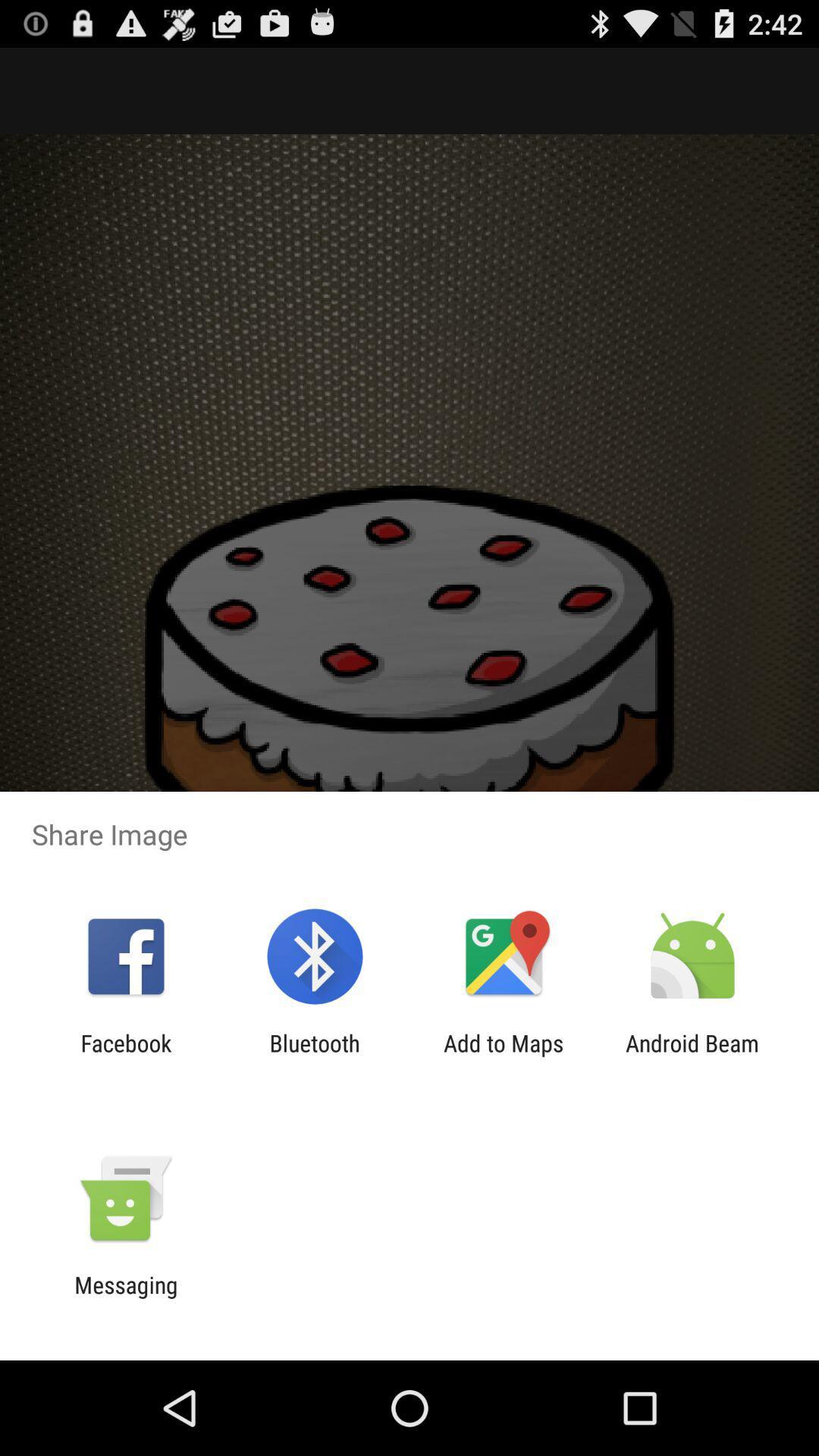 This screenshot has width=819, height=1456. Describe the element at coordinates (692, 1056) in the screenshot. I see `android beam` at that location.